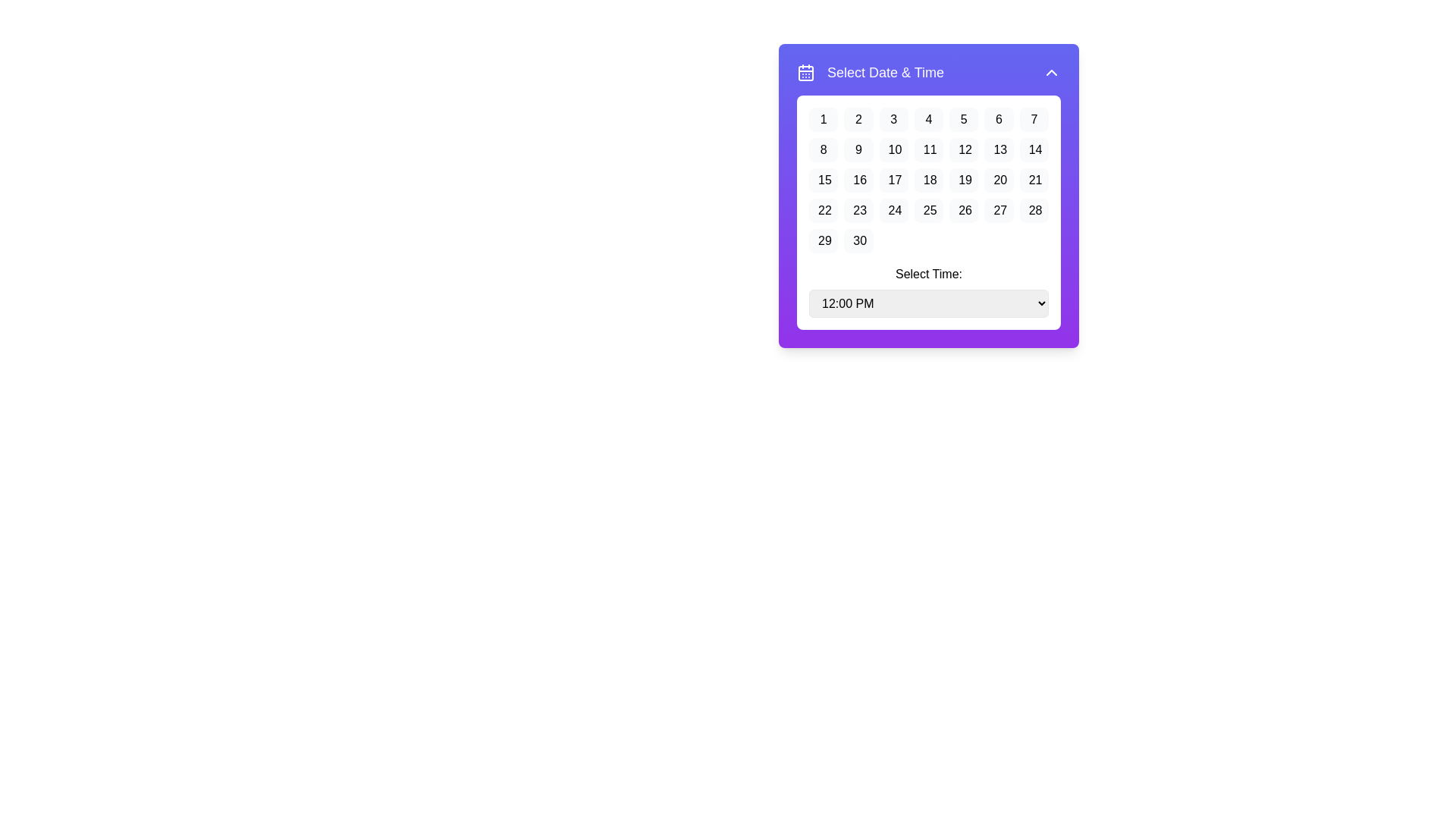 The width and height of the screenshot is (1456, 819). I want to click on the calendar date button displaying '19', so click(963, 180).